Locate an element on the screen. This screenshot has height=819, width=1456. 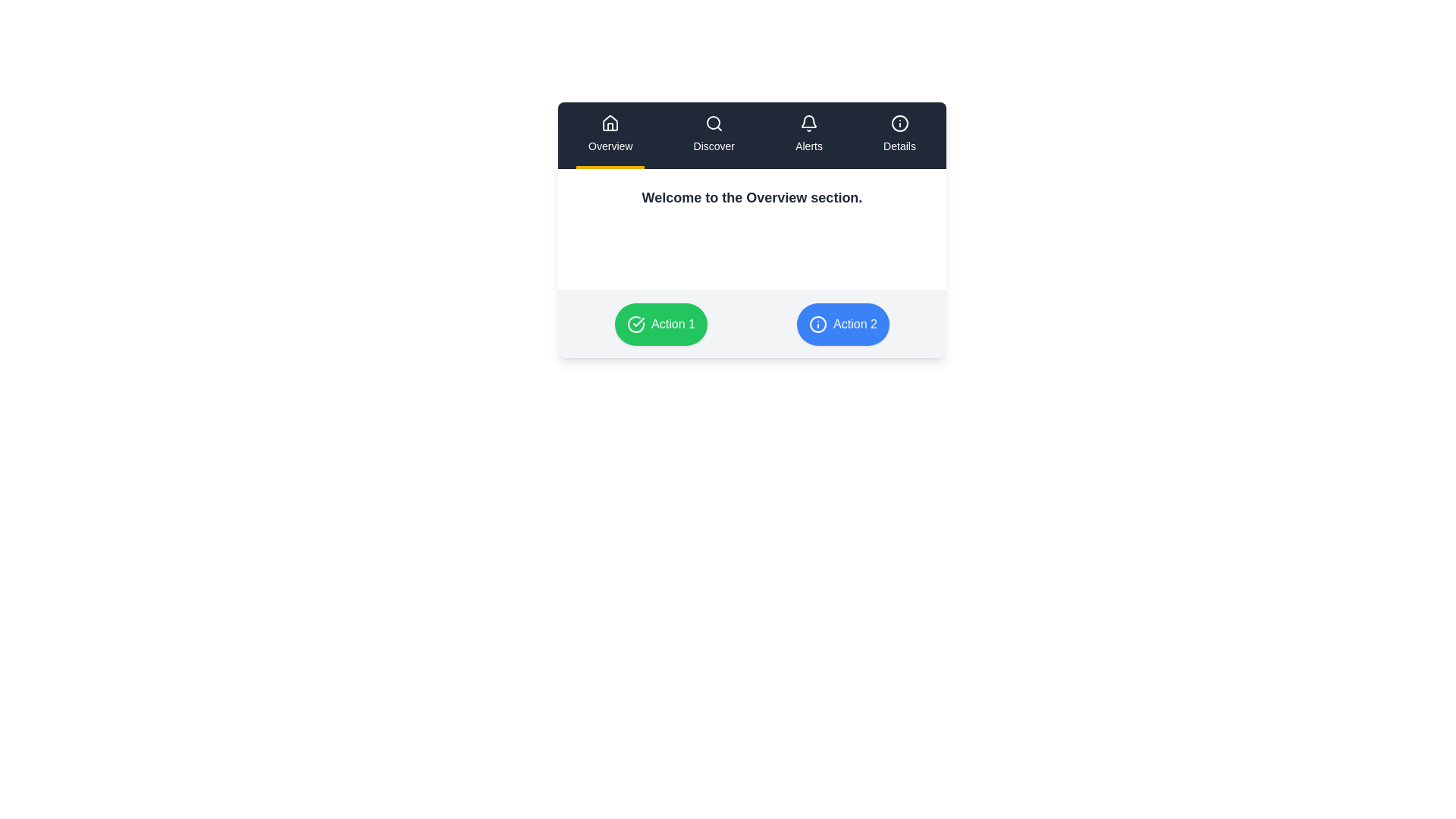
the Navigation bar at the center point to switch between sections like 'Overview', 'Discover', 'Alerts', and 'Details' is located at coordinates (752, 134).